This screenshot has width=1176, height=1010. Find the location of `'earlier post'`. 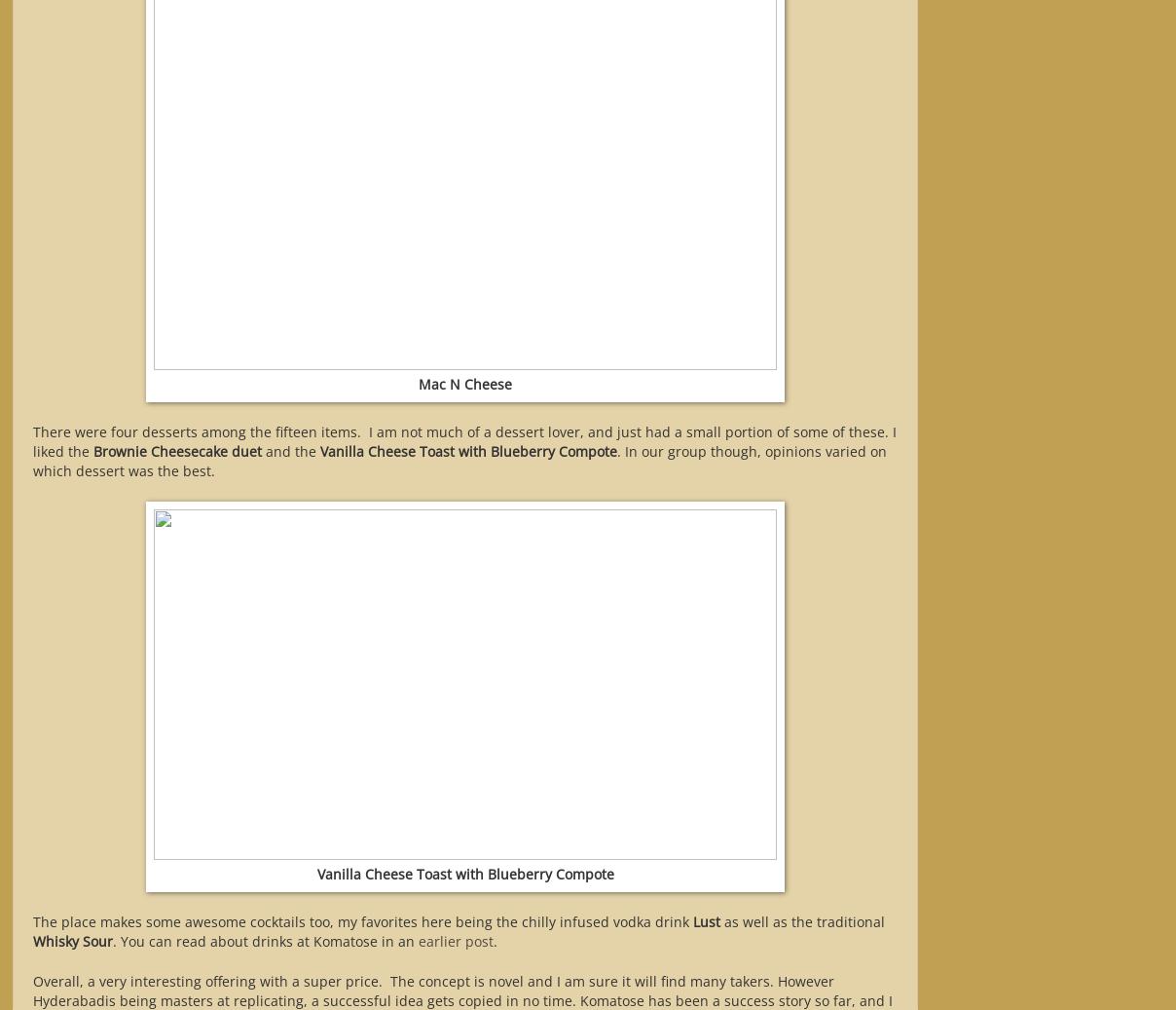

'earlier post' is located at coordinates (456, 940).